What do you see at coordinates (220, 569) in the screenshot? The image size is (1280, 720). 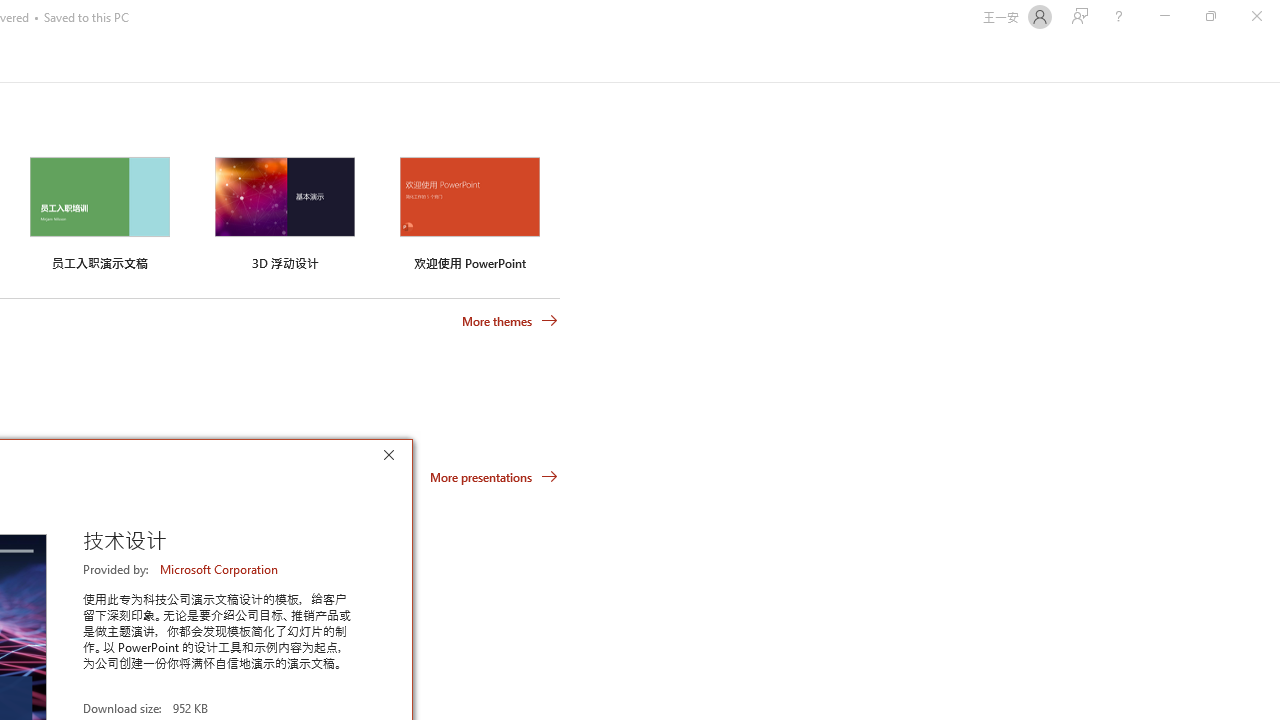 I see `'Microsoft Corporation'` at bounding box center [220, 569].